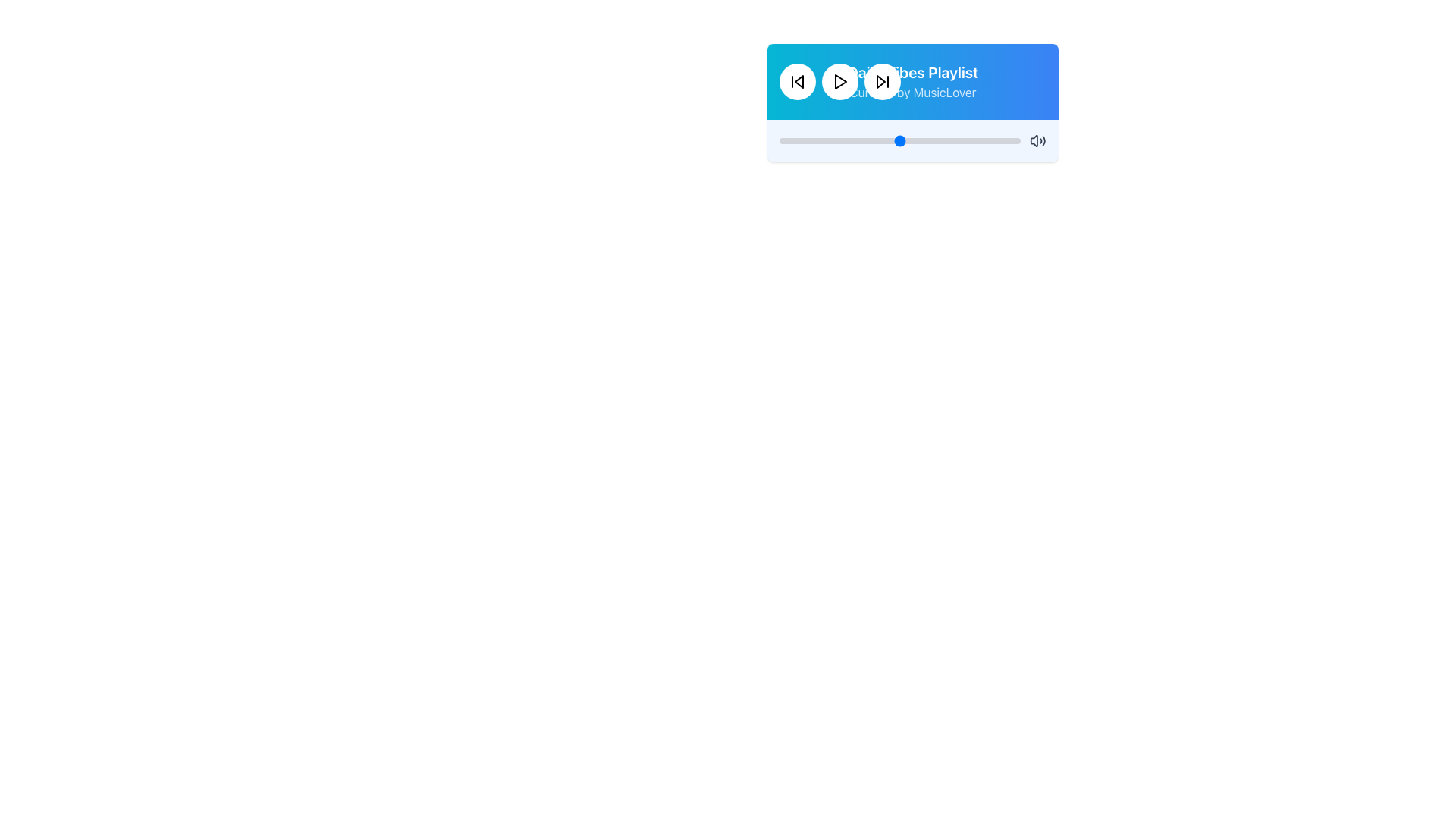 Image resolution: width=1456 pixels, height=819 pixels. I want to click on slider value, so click(878, 140).